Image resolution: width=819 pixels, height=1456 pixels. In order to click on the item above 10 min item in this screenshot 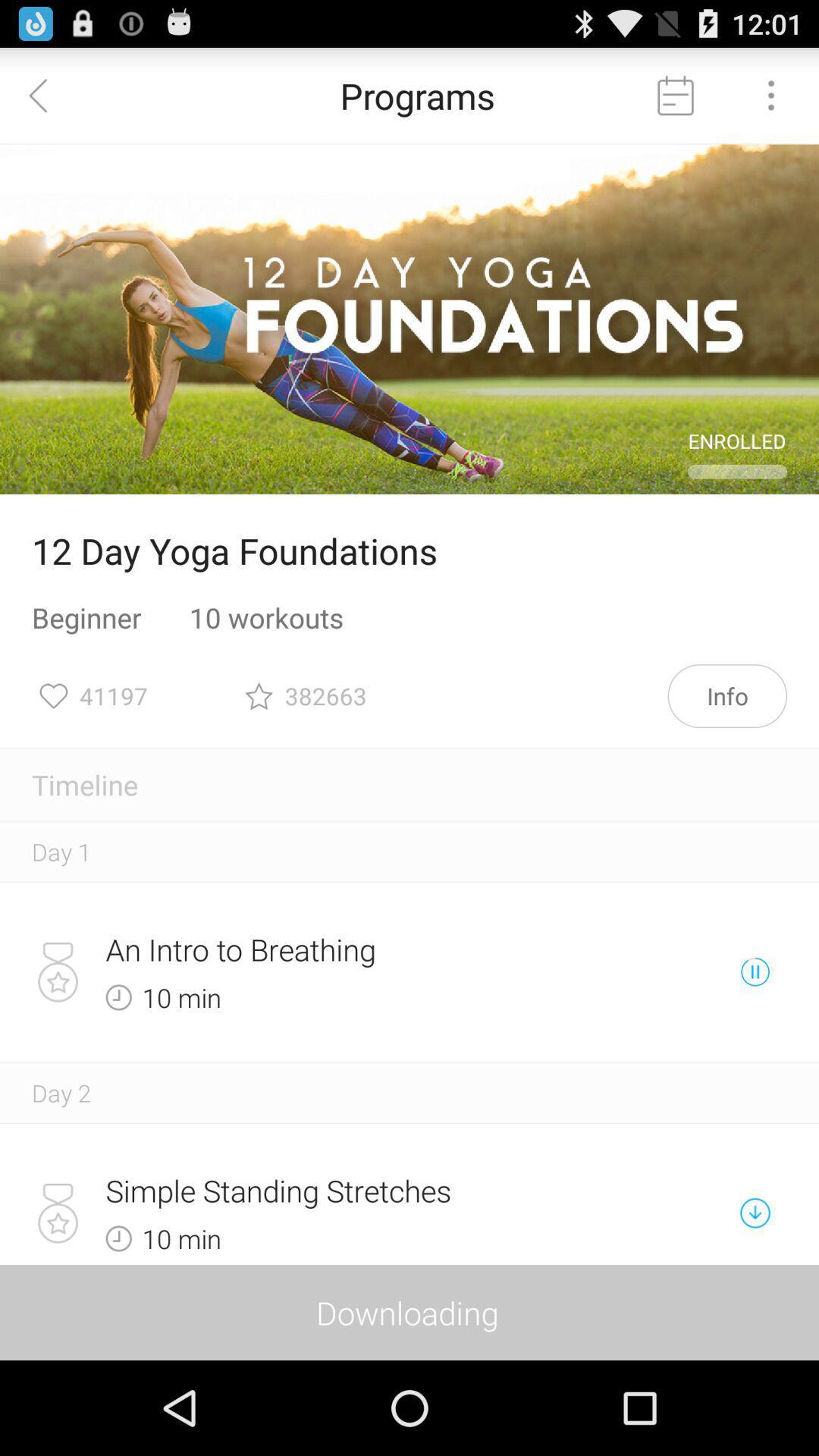, I will do `click(356, 949)`.